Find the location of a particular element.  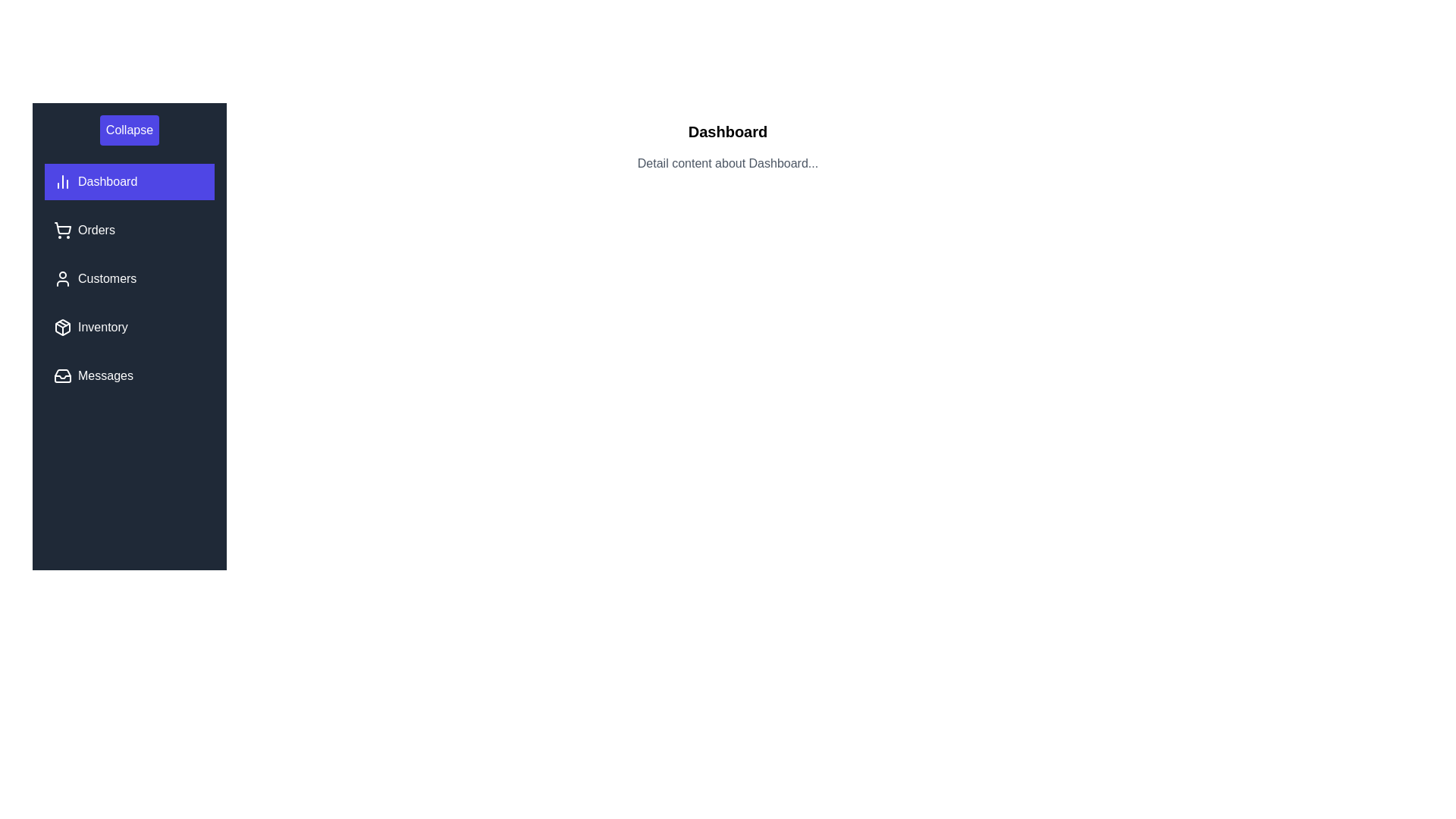

the menu item Customers to view its details is located at coordinates (130, 278).